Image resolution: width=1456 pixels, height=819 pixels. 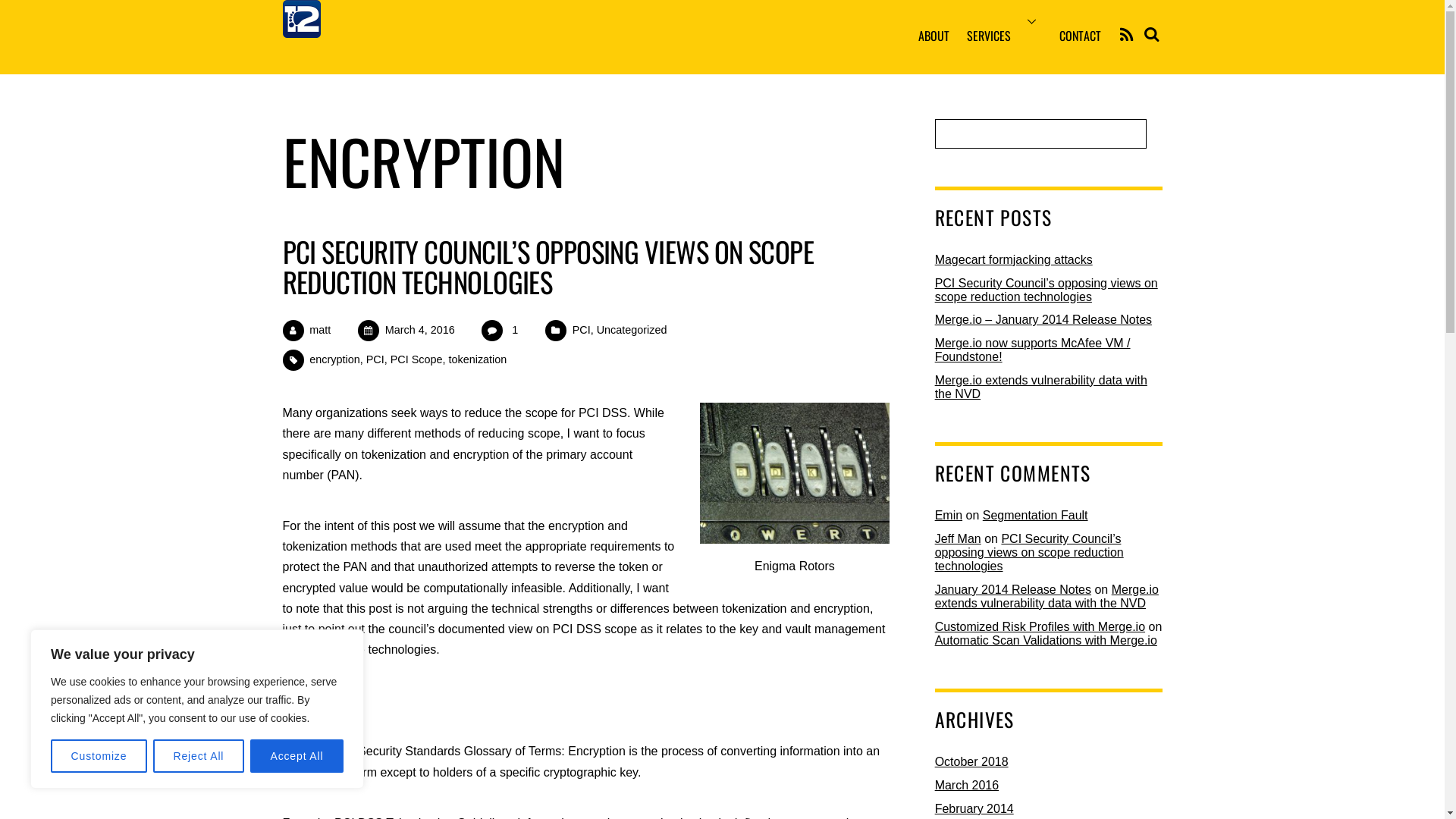 What do you see at coordinates (1150, 34) in the screenshot?
I see `'Search'` at bounding box center [1150, 34].